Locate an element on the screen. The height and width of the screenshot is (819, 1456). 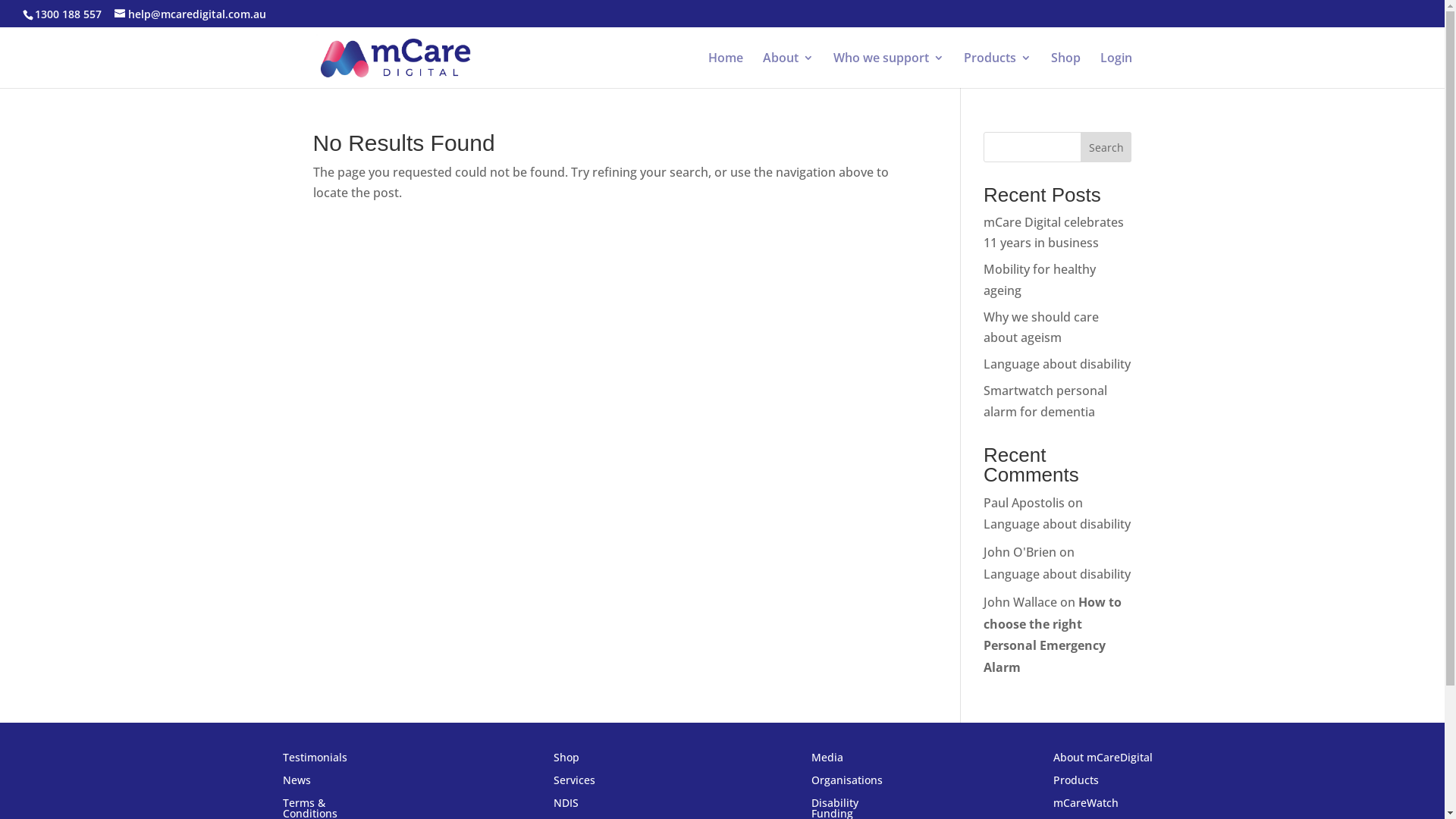
'Smartwatch personal alarm for dementia' is located at coordinates (1044, 400).